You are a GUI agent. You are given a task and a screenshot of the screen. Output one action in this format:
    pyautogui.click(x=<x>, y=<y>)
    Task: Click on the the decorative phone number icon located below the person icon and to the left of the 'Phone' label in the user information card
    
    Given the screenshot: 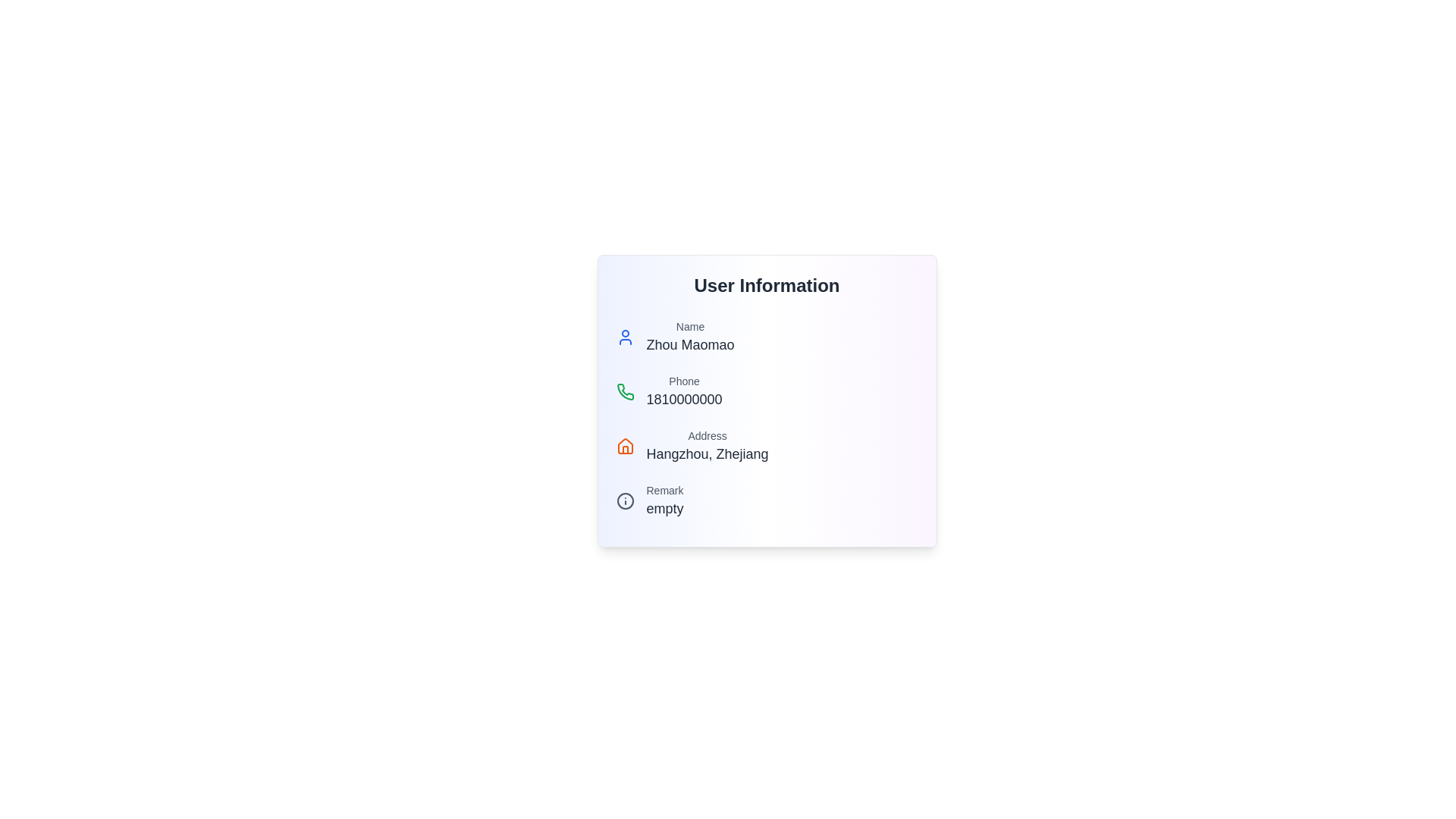 What is the action you would take?
    pyautogui.click(x=625, y=391)
    